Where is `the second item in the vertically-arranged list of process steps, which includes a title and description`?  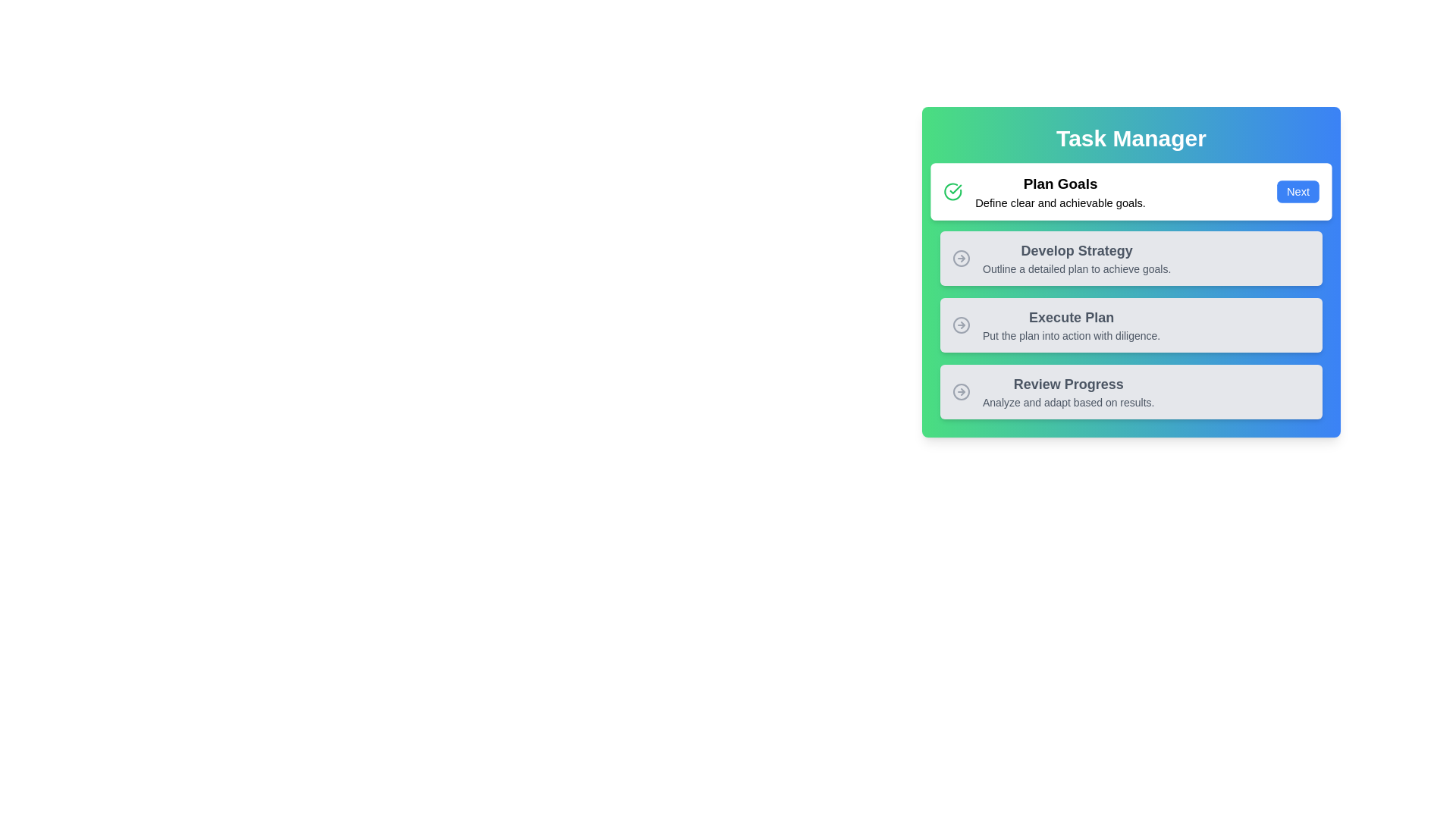 the second item in the vertically-arranged list of process steps, which includes a title and description is located at coordinates (1131, 292).